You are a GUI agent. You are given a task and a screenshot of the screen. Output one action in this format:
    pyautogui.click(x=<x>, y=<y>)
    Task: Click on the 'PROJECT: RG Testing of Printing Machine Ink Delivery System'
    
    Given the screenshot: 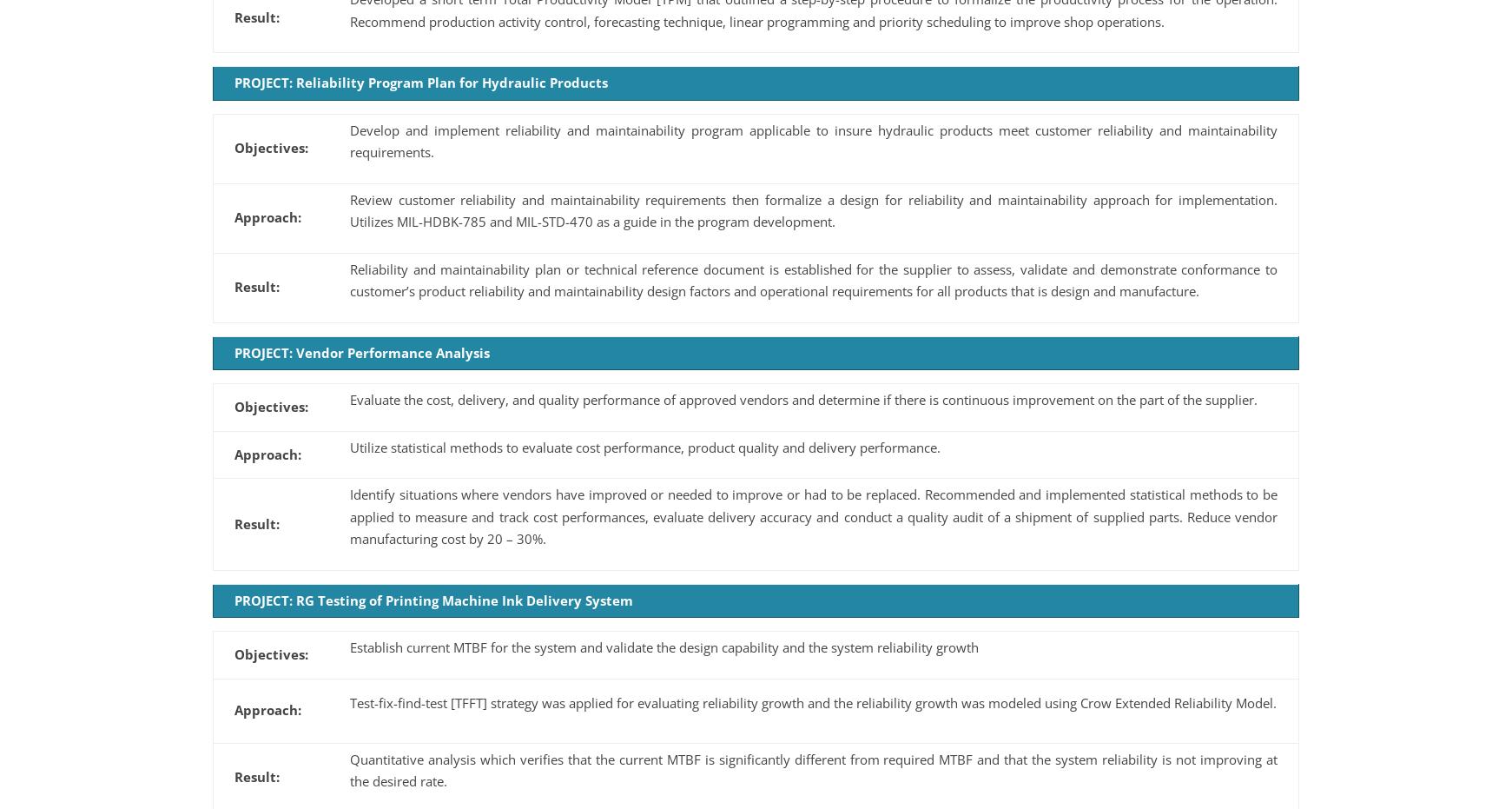 What is the action you would take?
    pyautogui.click(x=432, y=598)
    